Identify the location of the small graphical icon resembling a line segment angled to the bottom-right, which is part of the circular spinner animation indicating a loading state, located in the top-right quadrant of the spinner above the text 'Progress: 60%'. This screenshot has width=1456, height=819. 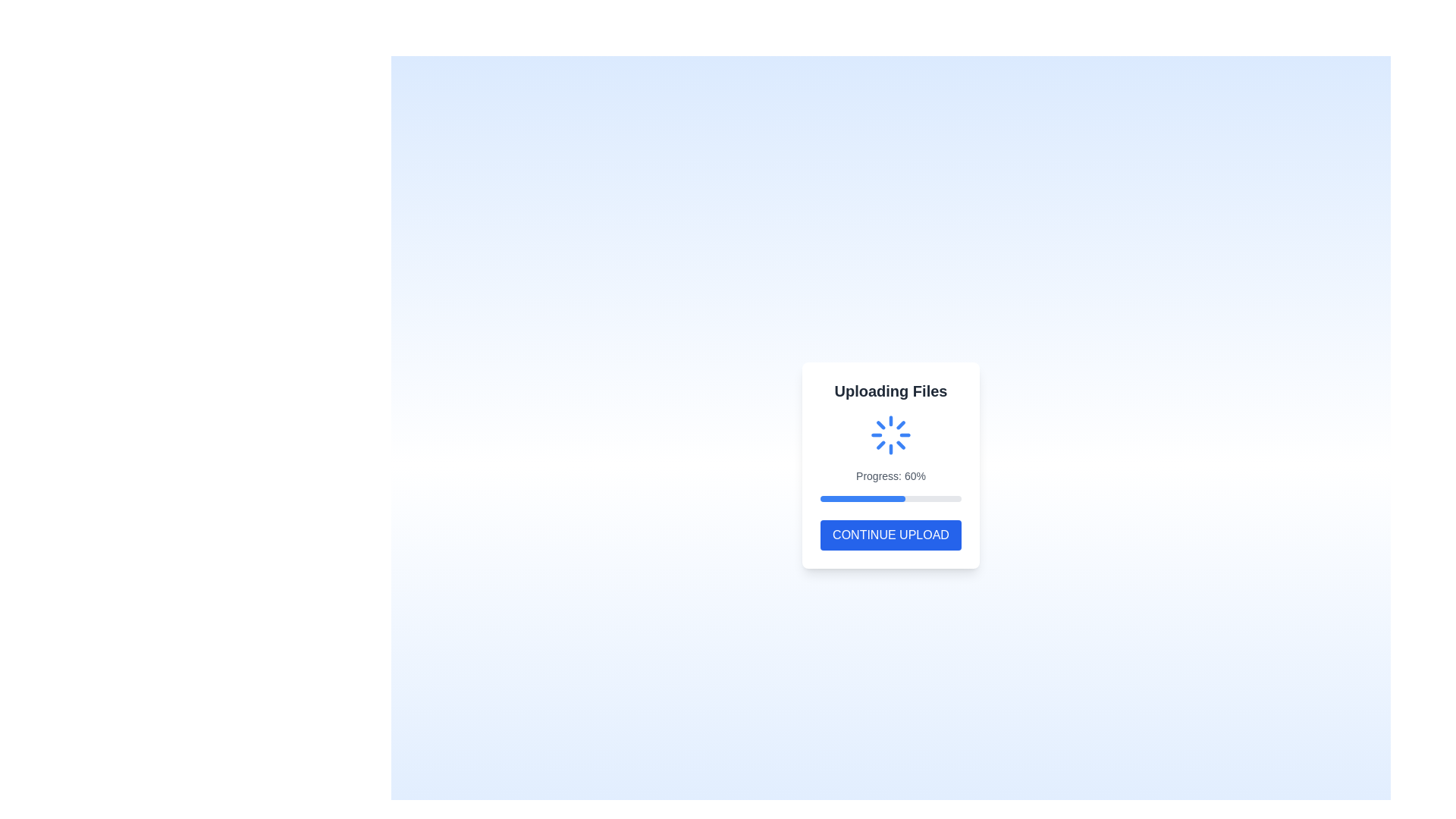
(903, 441).